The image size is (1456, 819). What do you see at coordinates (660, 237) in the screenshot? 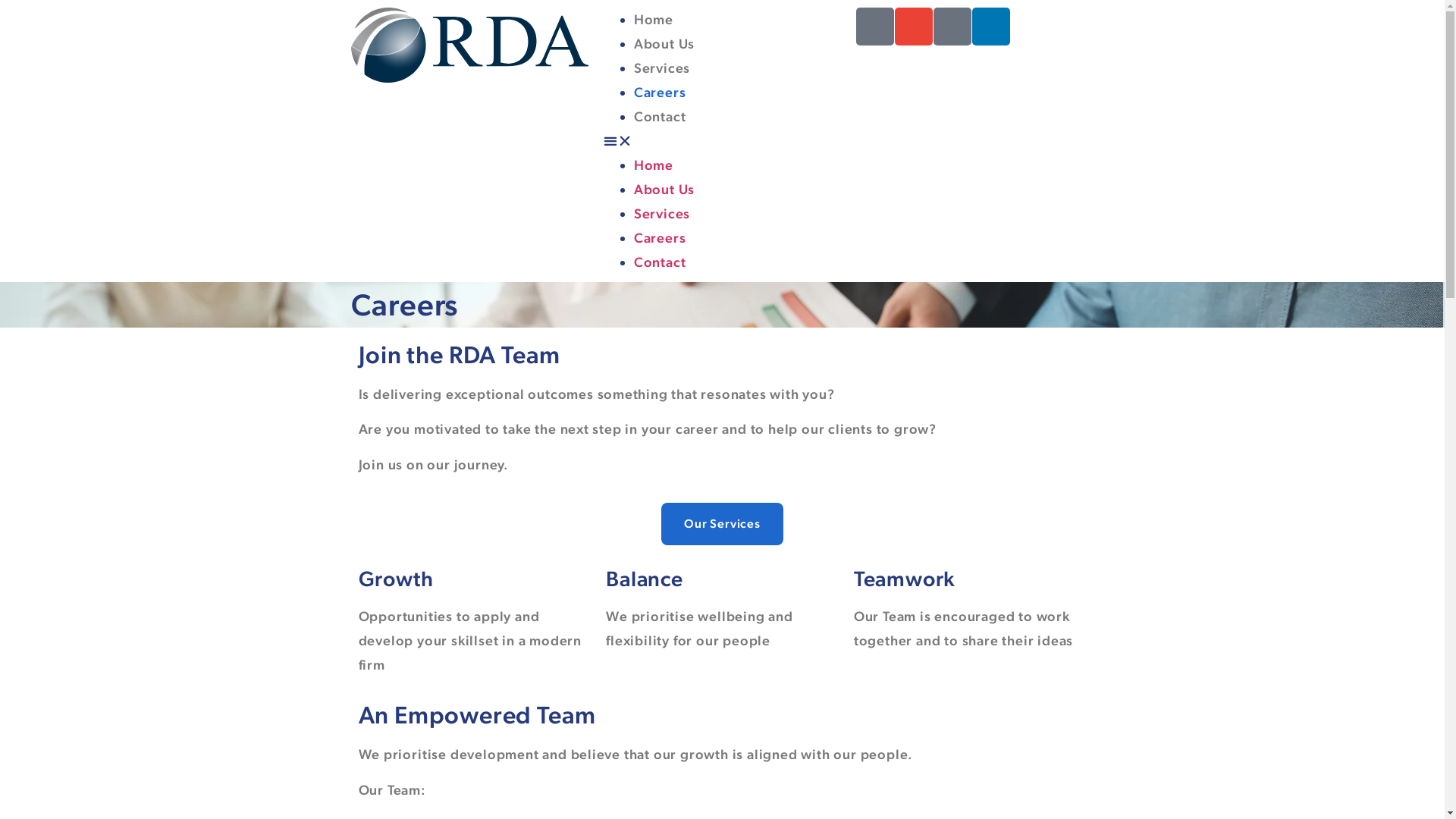
I see `'Careers'` at bounding box center [660, 237].